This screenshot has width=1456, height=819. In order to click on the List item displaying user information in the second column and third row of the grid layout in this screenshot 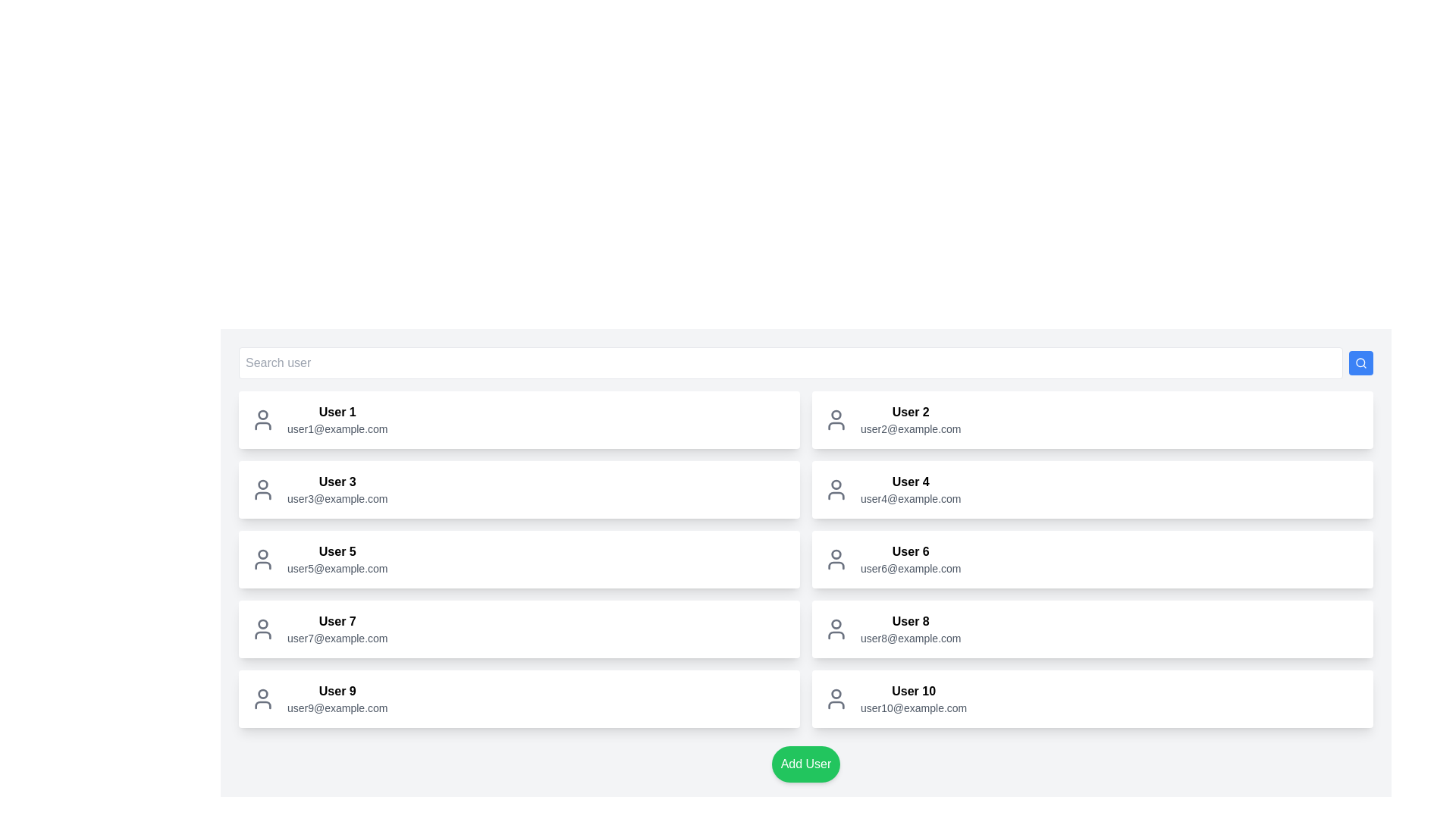, I will do `click(1092, 559)`.